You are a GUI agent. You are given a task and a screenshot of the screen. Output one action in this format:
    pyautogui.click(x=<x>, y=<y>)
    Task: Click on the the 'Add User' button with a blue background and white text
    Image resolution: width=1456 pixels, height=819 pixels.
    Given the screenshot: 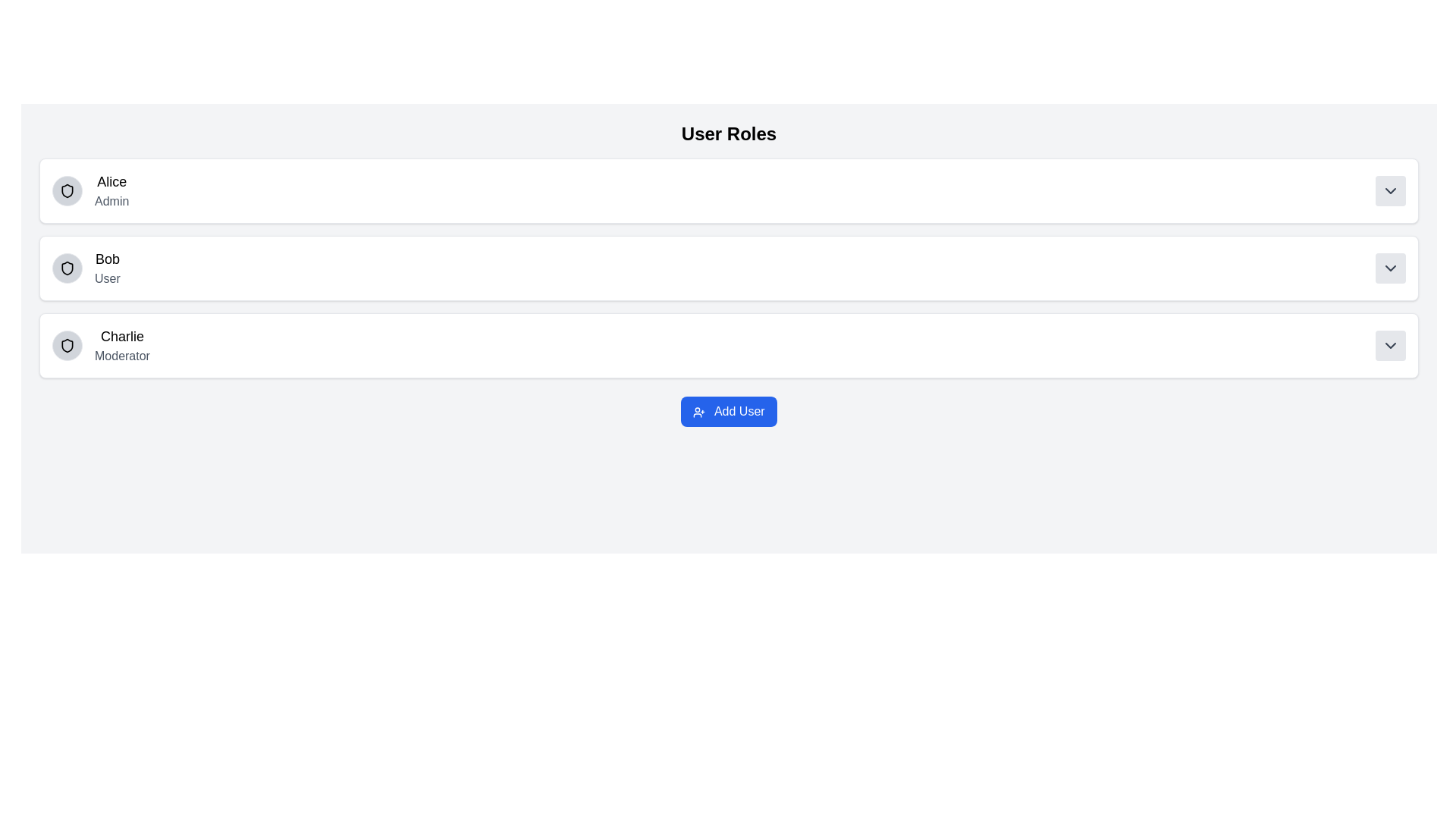 What is the action you would take?
    pyautogui.click(x=729, y=412)
    